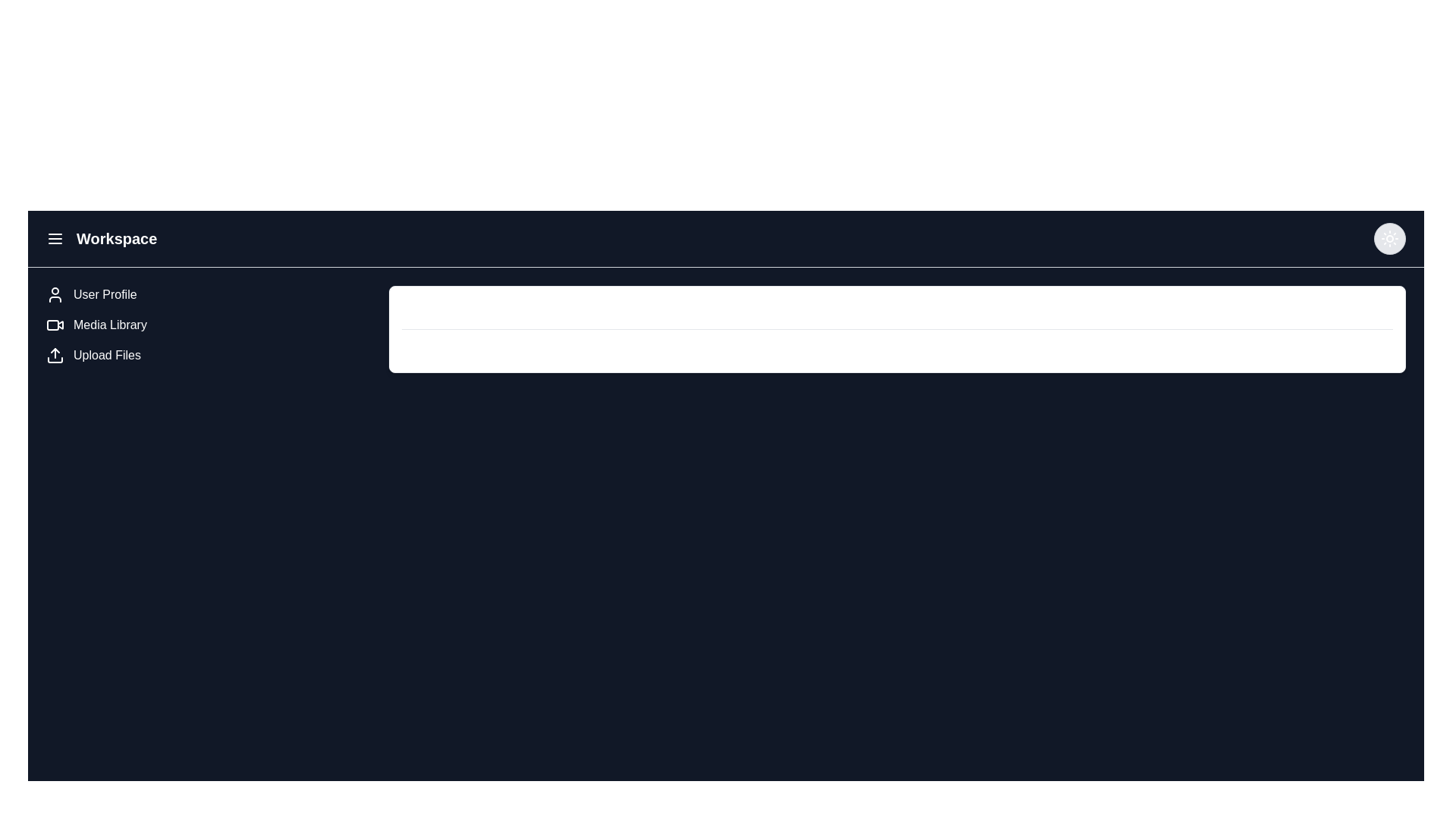  I want to click on the 'Workspace' menu item, which is a bold white text element located at the top-left corner of the interface, so click(101, 239).